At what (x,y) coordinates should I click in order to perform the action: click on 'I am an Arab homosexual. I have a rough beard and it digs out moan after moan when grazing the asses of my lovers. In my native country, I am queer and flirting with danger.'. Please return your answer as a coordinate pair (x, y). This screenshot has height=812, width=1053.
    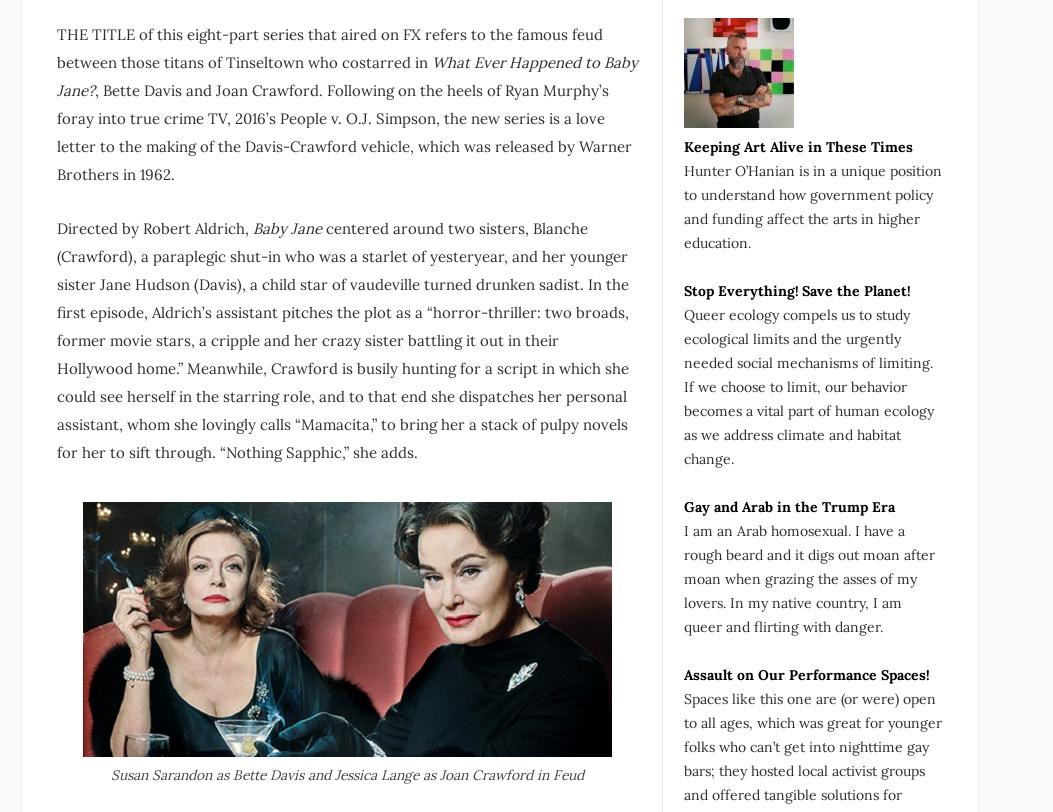
    Looking at the image, I should click on (808, 577).